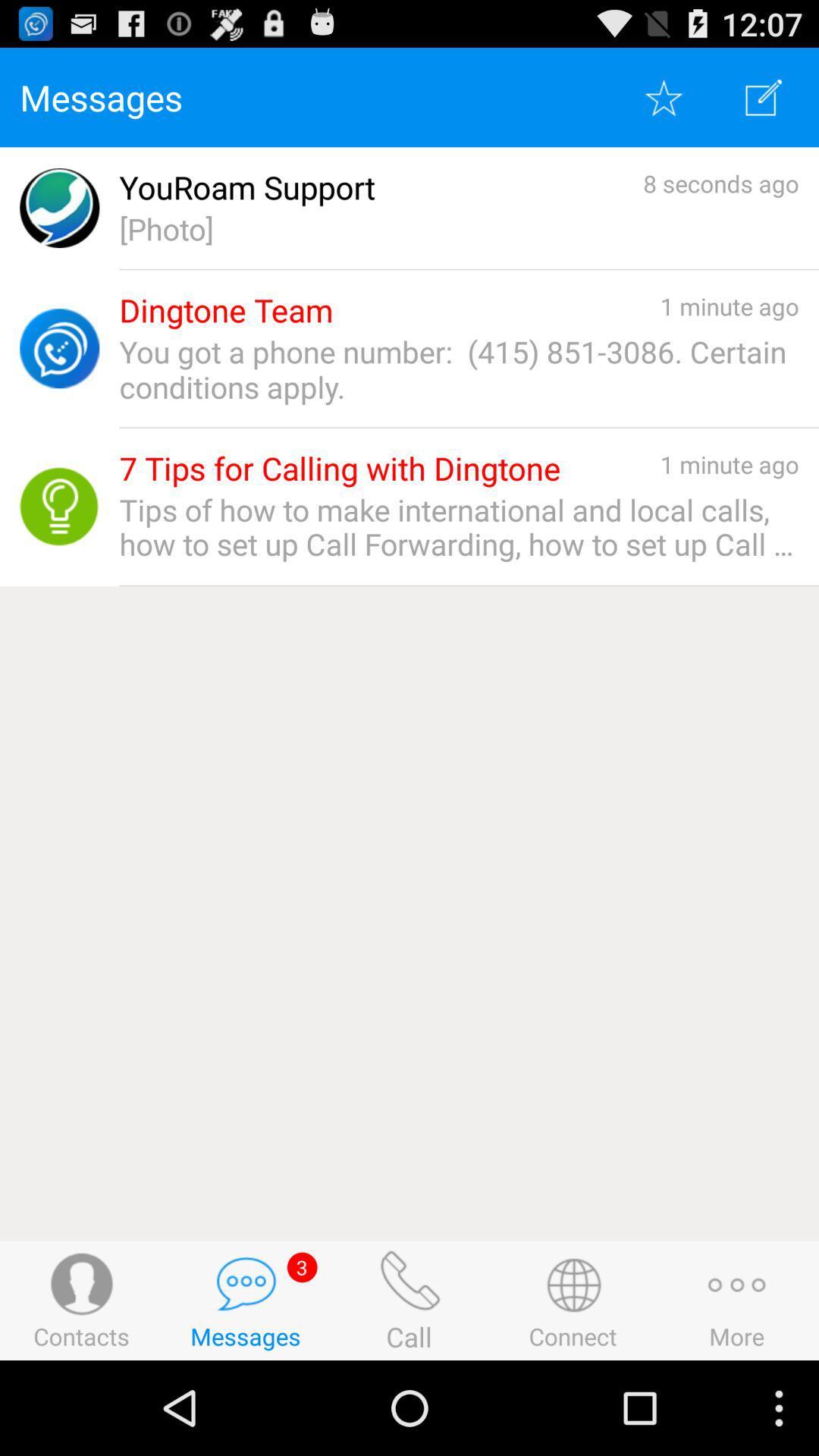  I want to click on the app above tips of how app, so click(339, 468).